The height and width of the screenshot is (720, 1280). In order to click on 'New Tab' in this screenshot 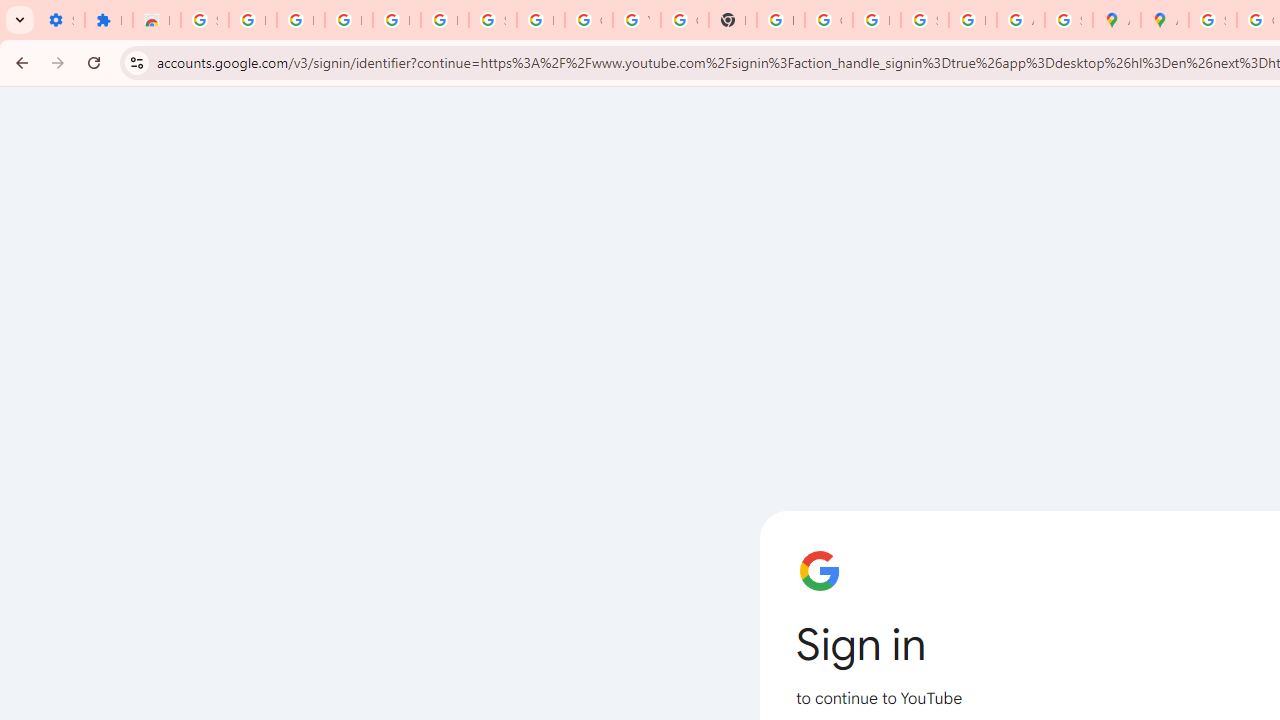, I will do `click(731, 20)`.